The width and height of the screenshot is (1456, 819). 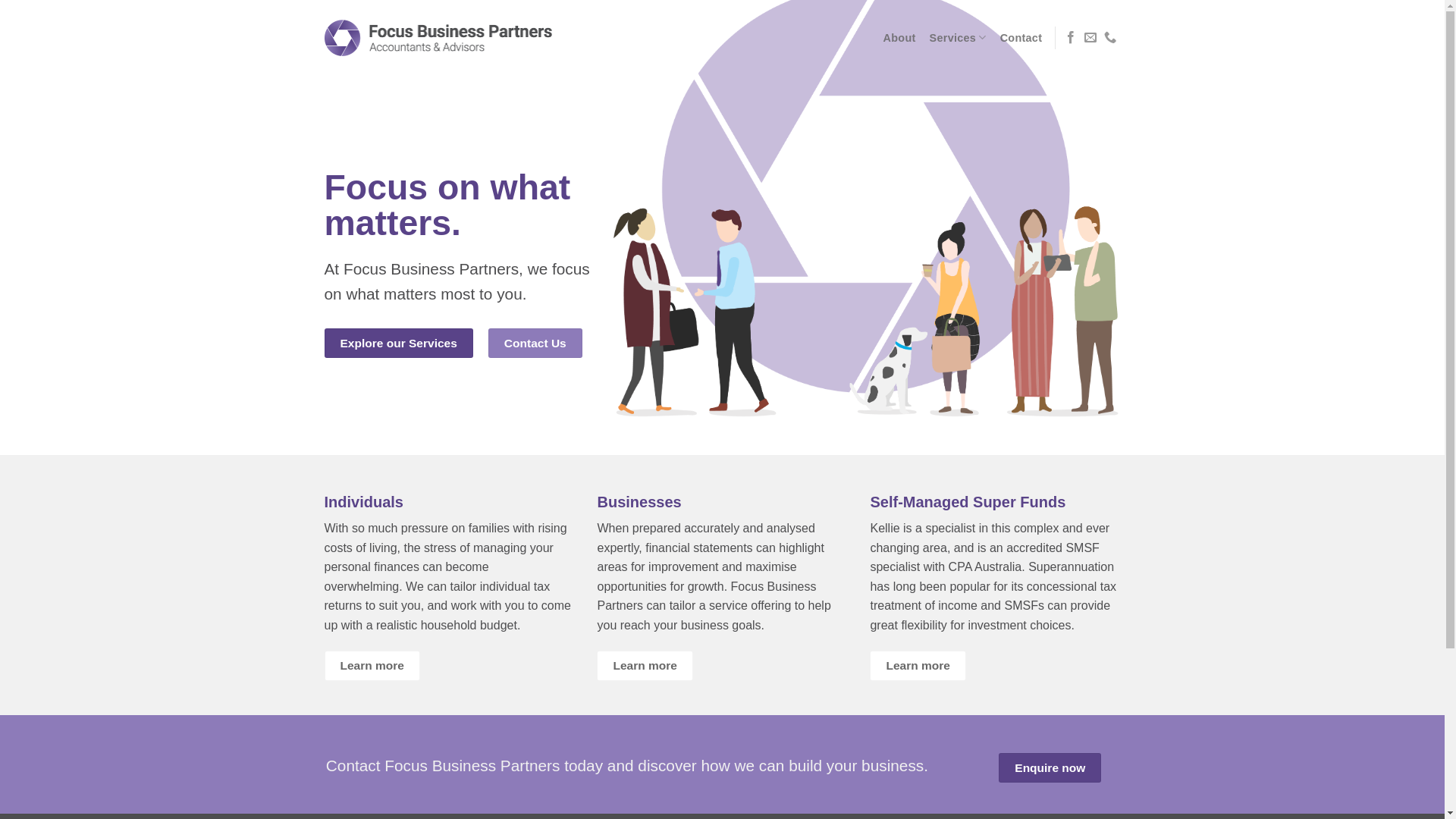 What do you see at coordinates (0, 0) in the screenshot?
I see `'Skip to content'` at bounding box center [0, 0].